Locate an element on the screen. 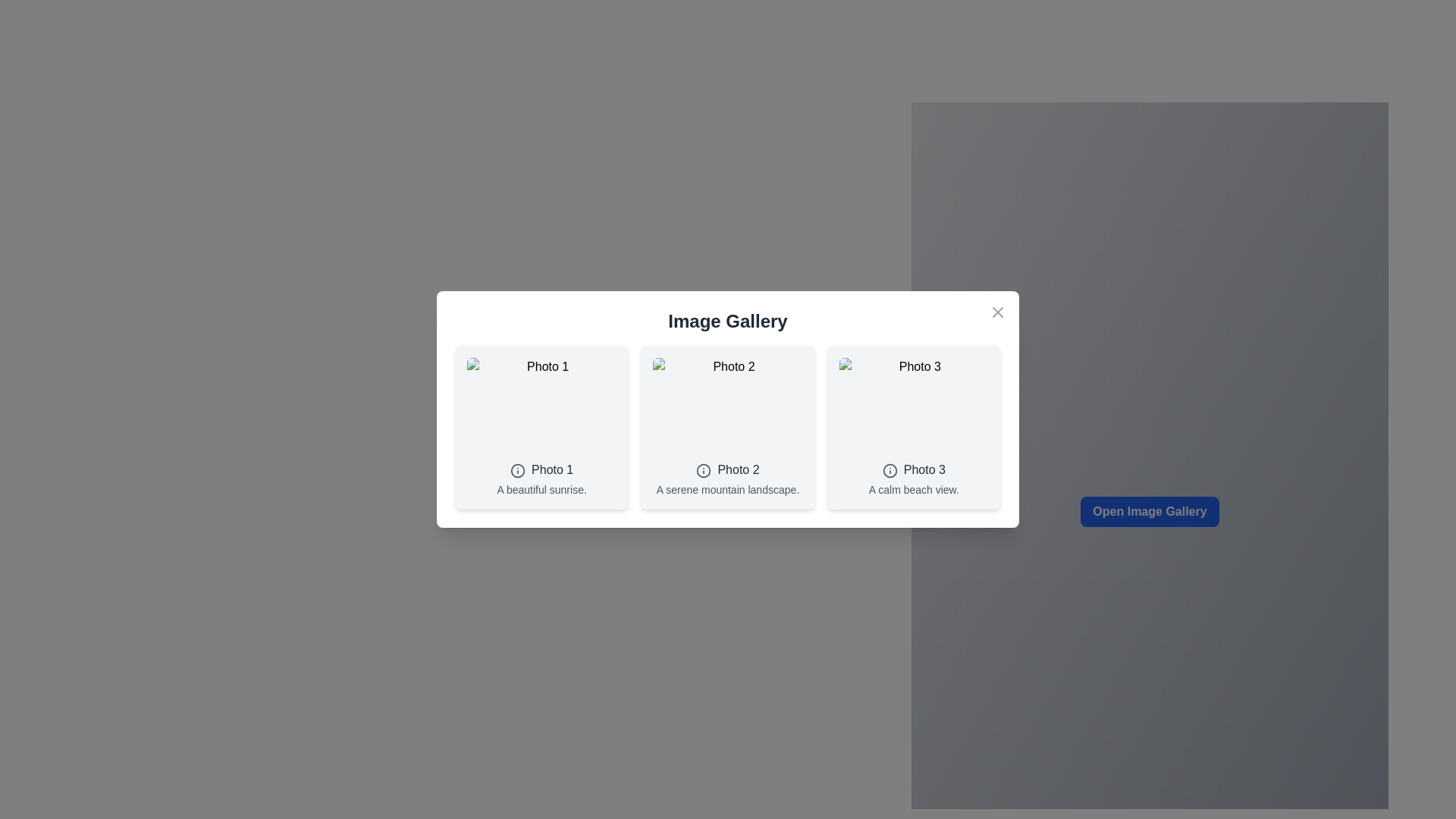 The width and height of the screenshot is (1456, 819). title of the text label located at the top center of the white card that indicates the section displays an image gallery is located at coordinates (728, 321).